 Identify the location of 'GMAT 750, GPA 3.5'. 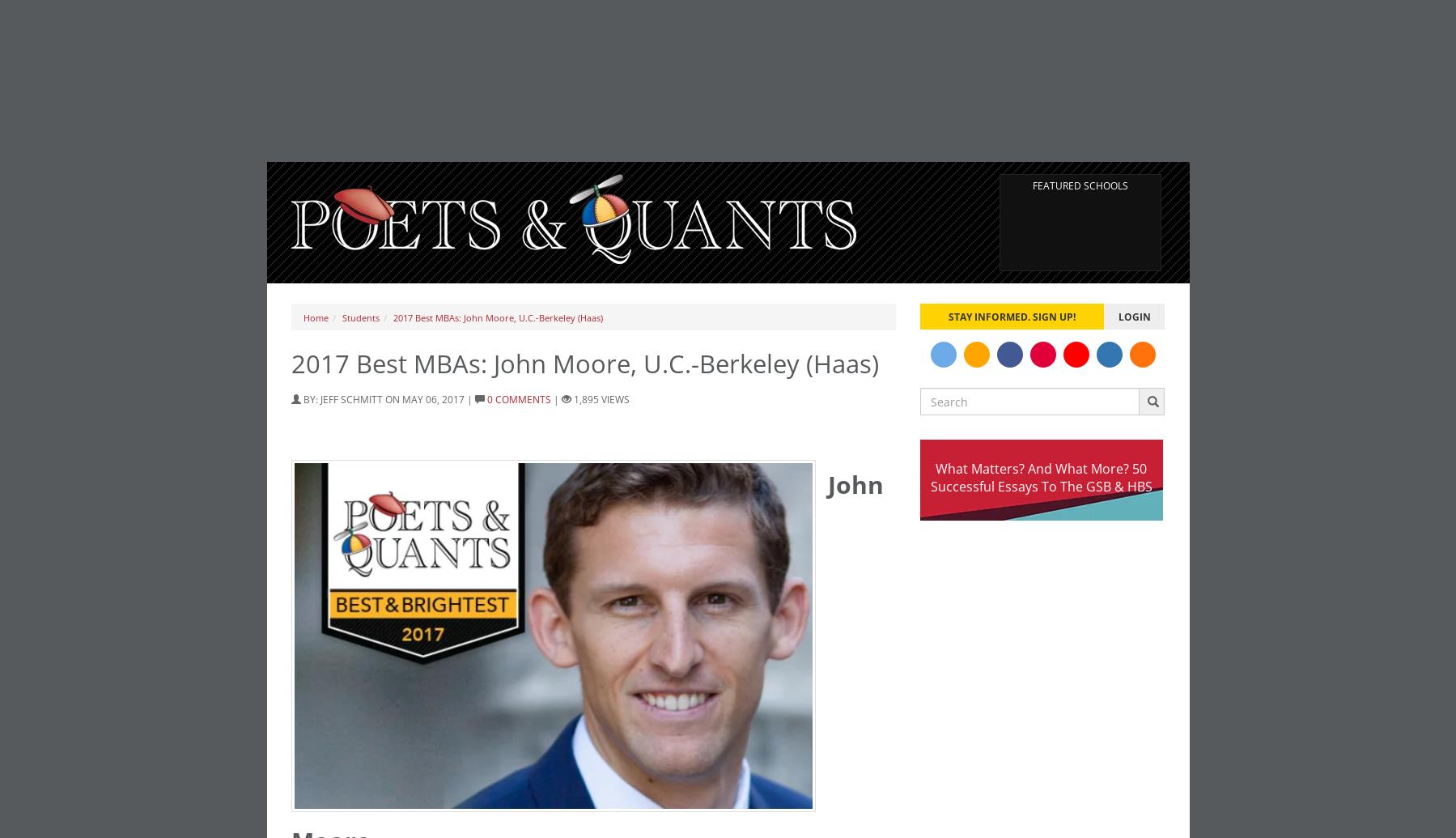
(732, 157).